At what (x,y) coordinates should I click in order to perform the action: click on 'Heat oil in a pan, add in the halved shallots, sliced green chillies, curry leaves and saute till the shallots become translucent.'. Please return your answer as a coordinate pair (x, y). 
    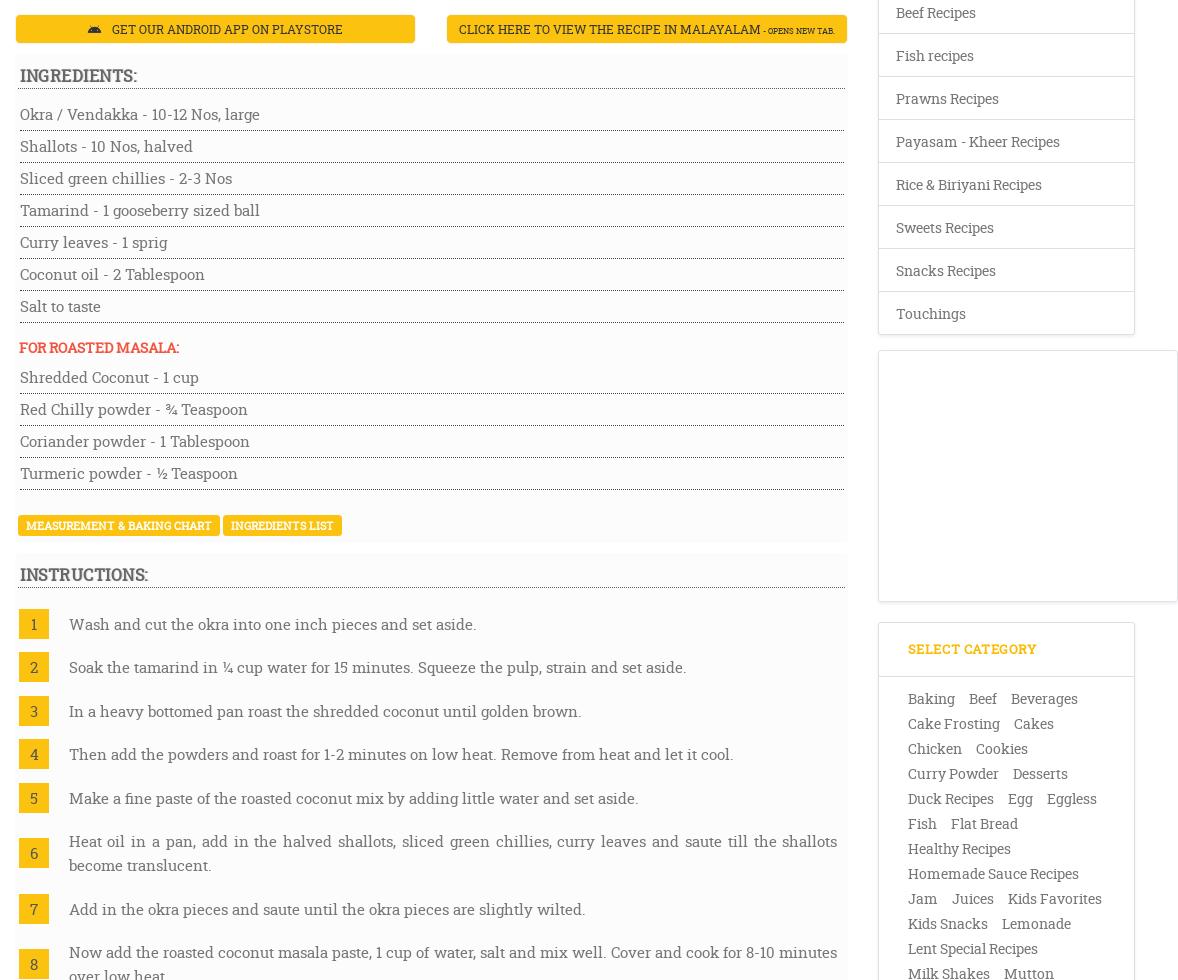
    Looking at the image, I should click on (66, 852).